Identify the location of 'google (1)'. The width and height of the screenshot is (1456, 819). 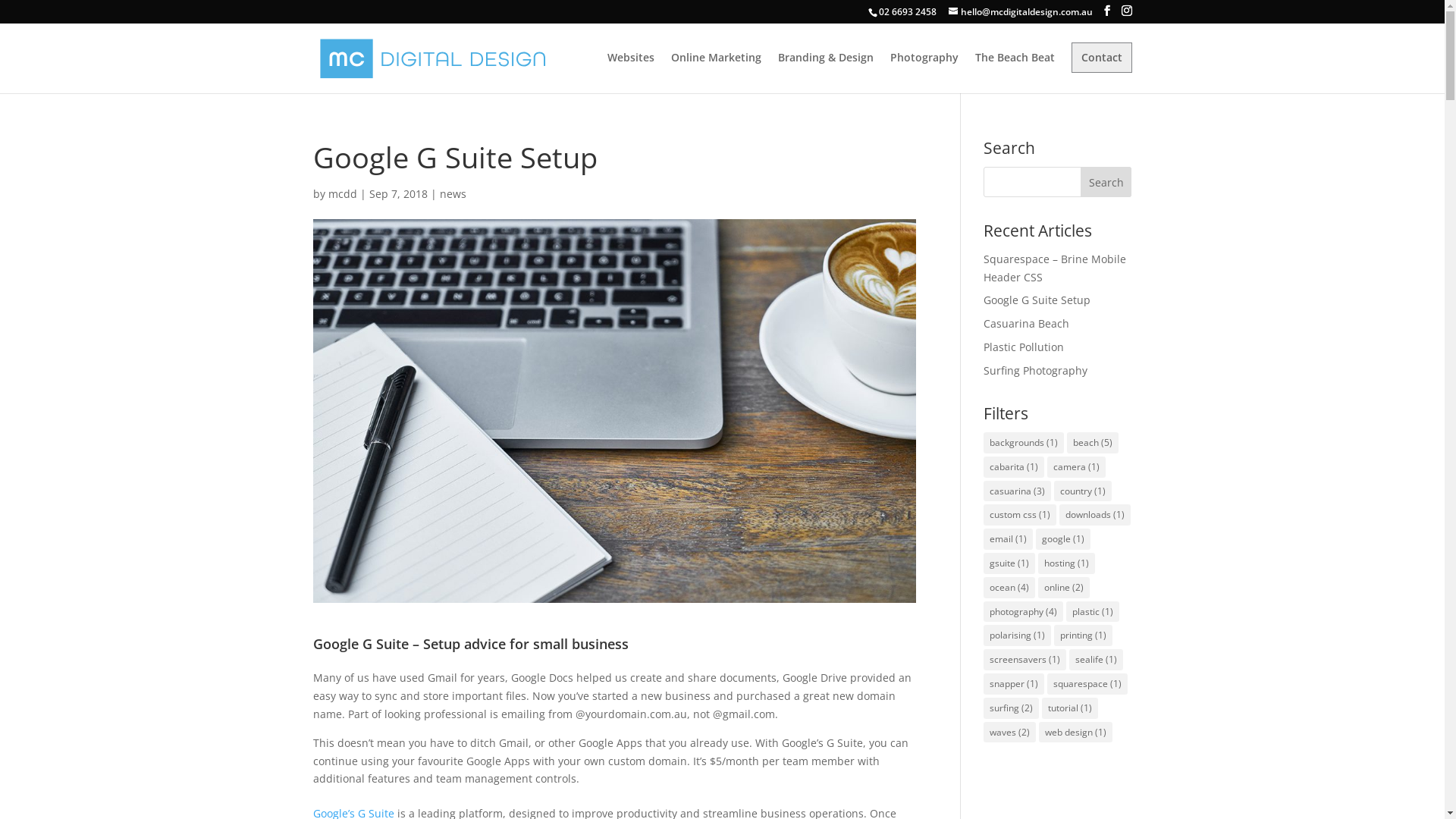
(1062, 538).